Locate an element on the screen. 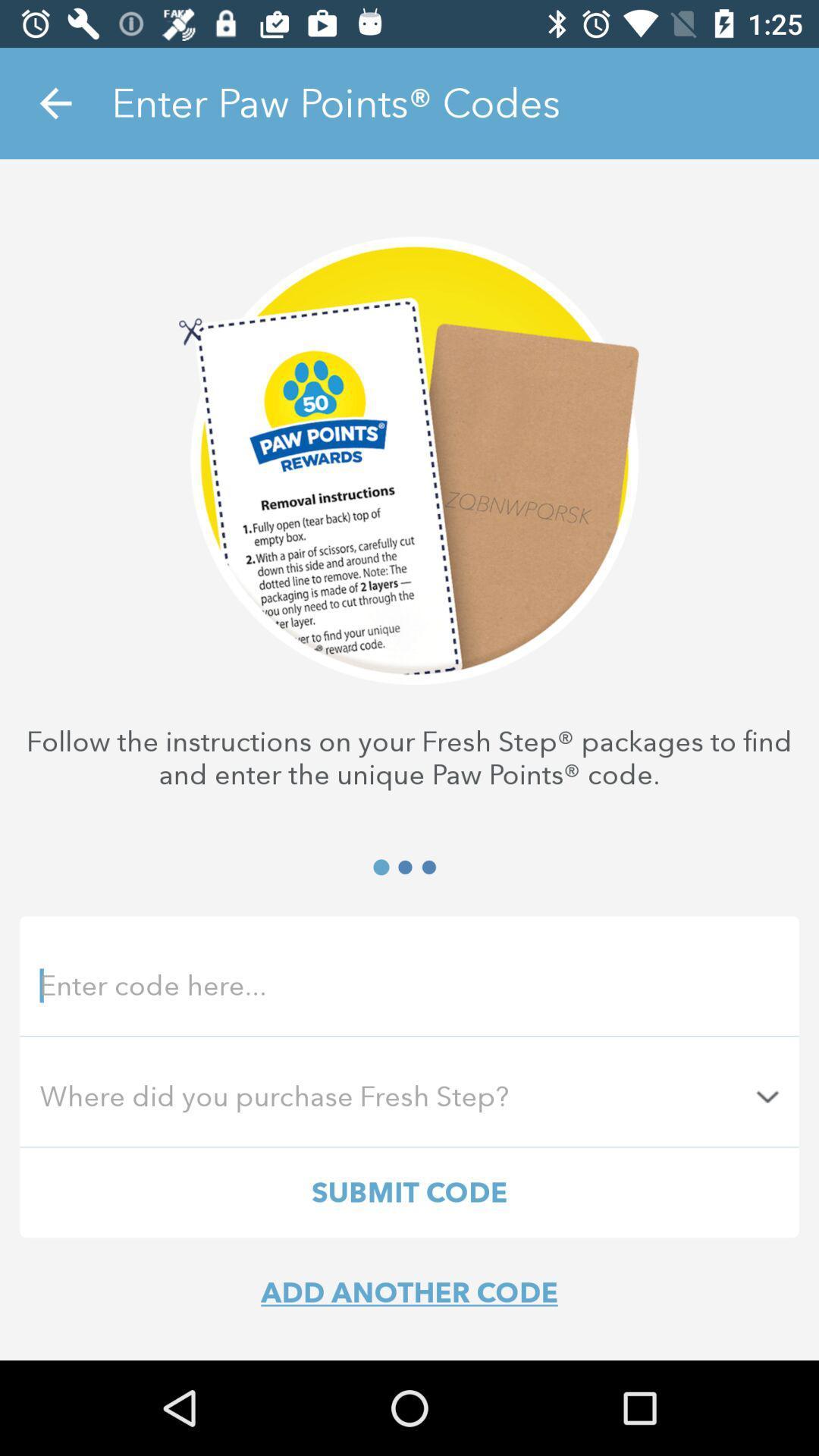 This screenshot has height=1456, width=819. add another code item is located at coordinates (409, 1291).